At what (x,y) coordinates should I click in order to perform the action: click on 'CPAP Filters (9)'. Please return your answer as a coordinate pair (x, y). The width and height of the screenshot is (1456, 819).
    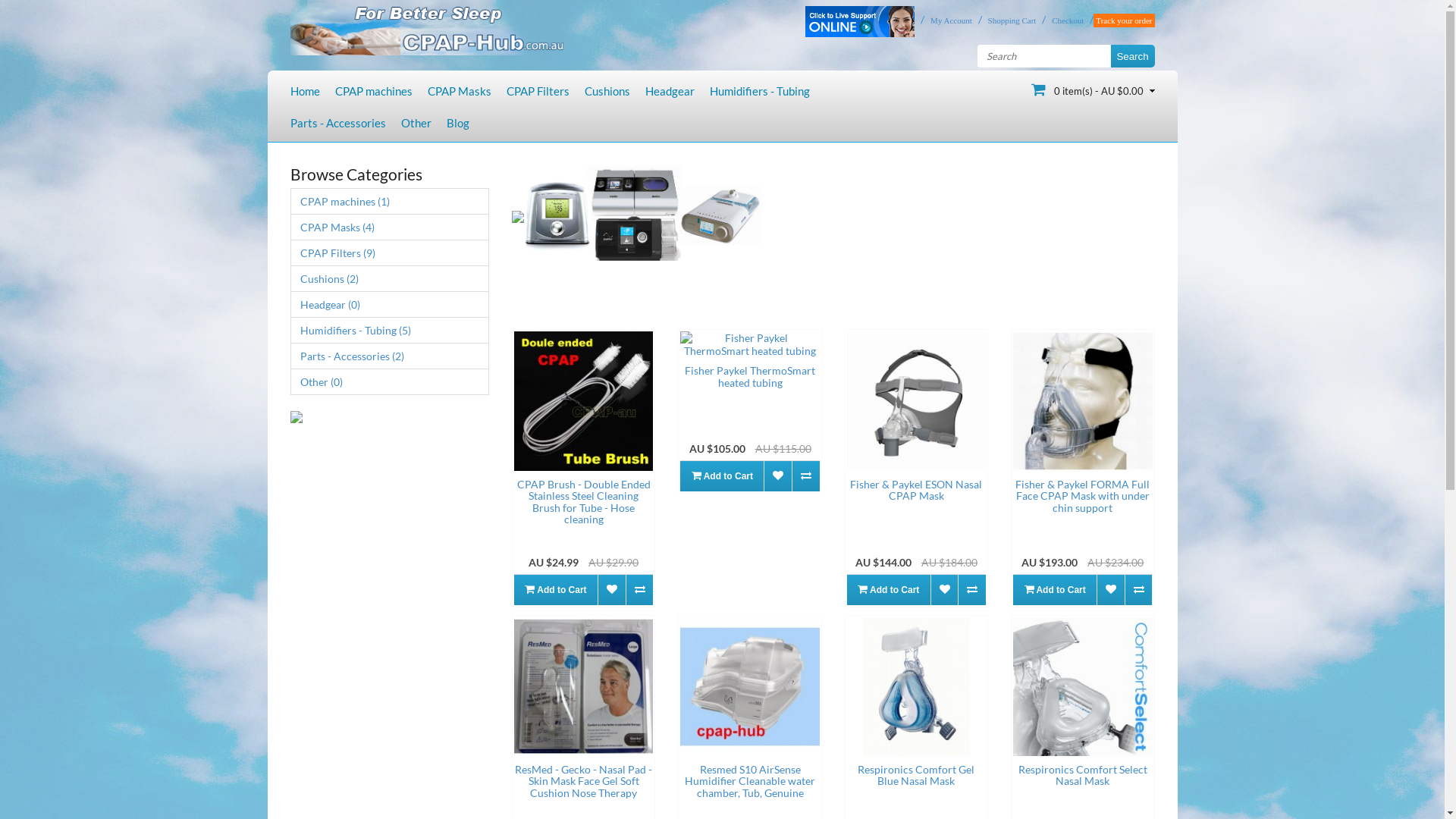
    Looking at the image, I should click on (389, 252).